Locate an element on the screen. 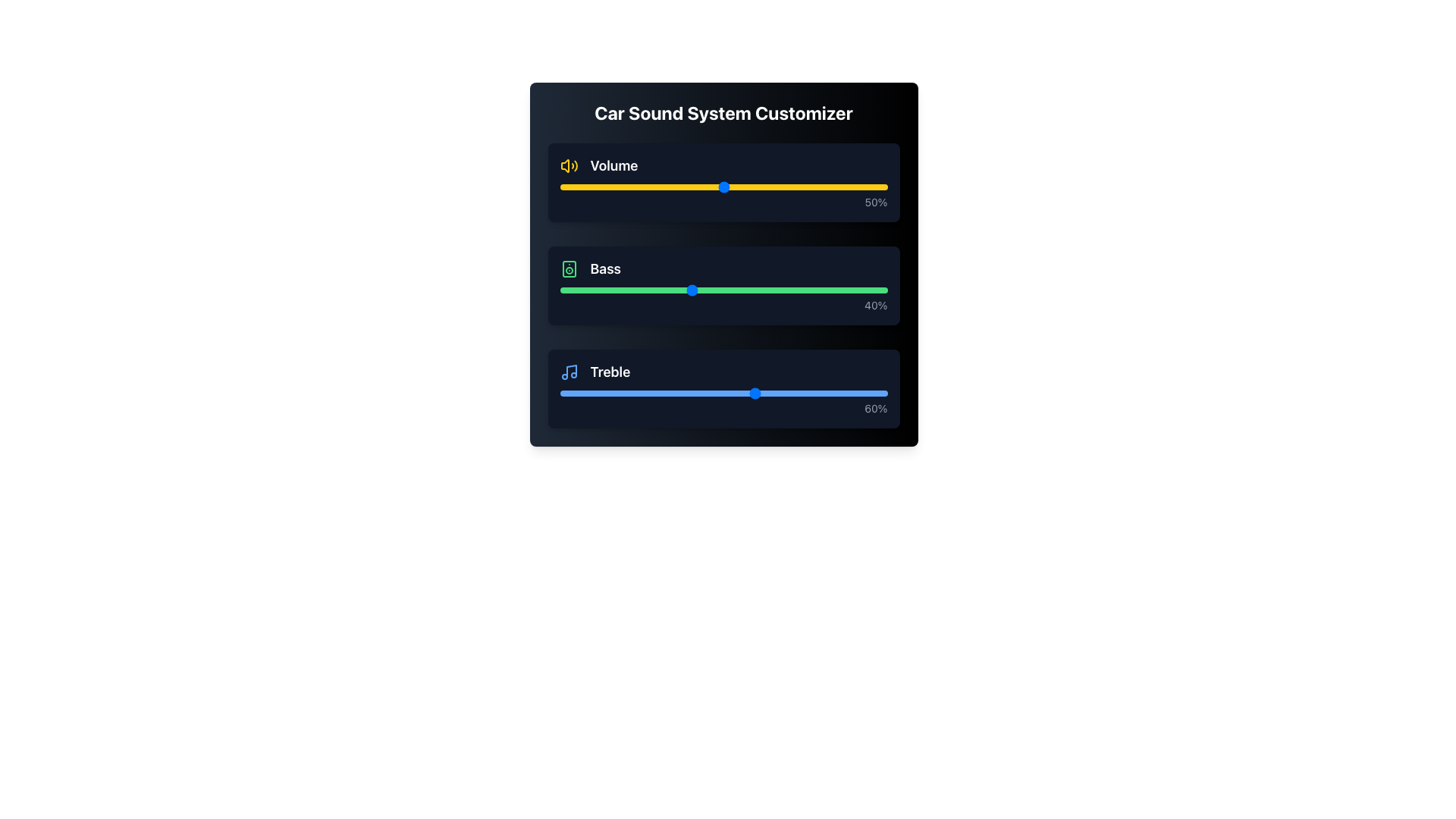  the bass level is located at coordinates (716, 290).